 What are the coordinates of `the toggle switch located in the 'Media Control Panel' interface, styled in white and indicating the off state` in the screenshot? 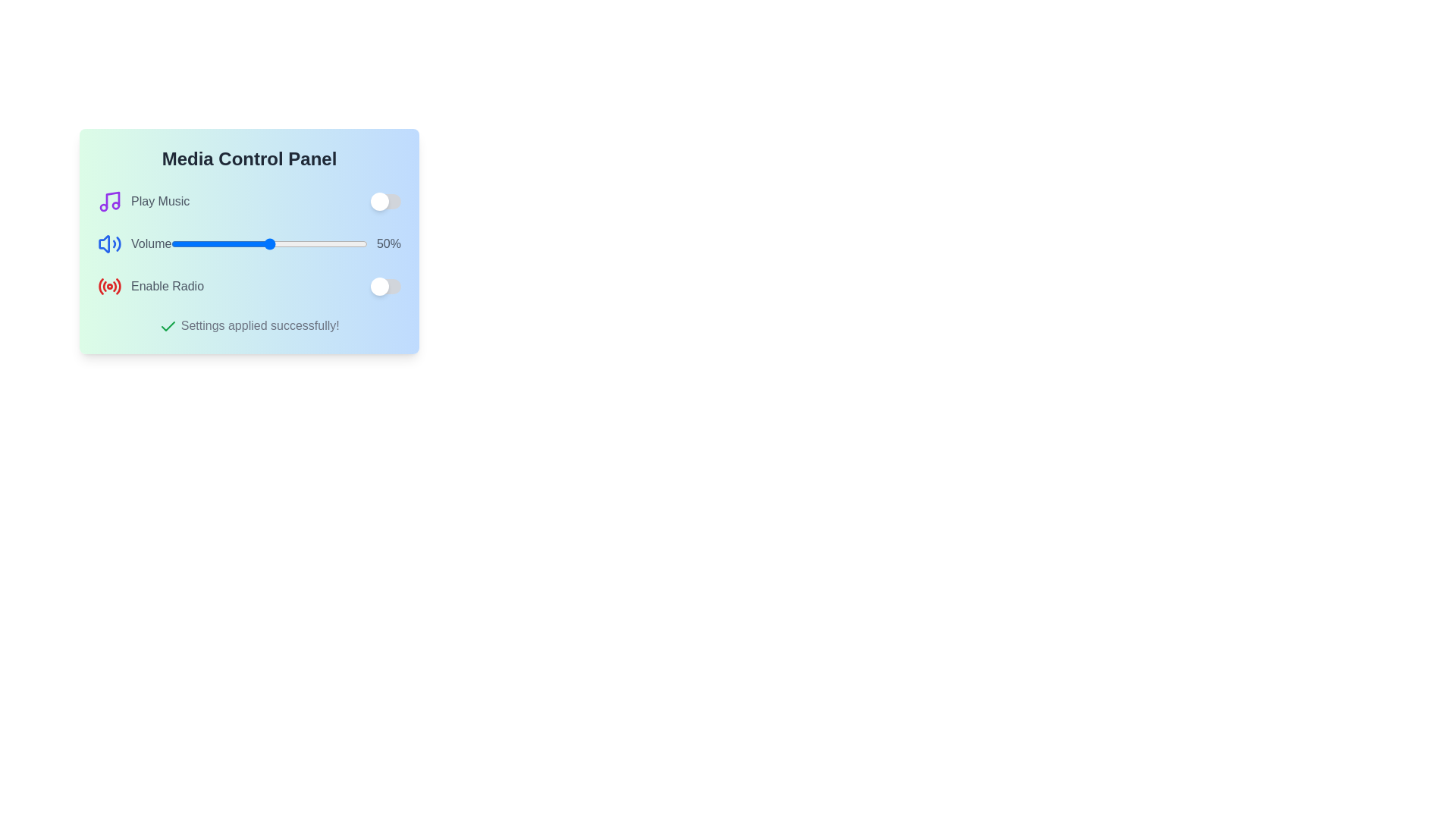 It's located at (385, 201).